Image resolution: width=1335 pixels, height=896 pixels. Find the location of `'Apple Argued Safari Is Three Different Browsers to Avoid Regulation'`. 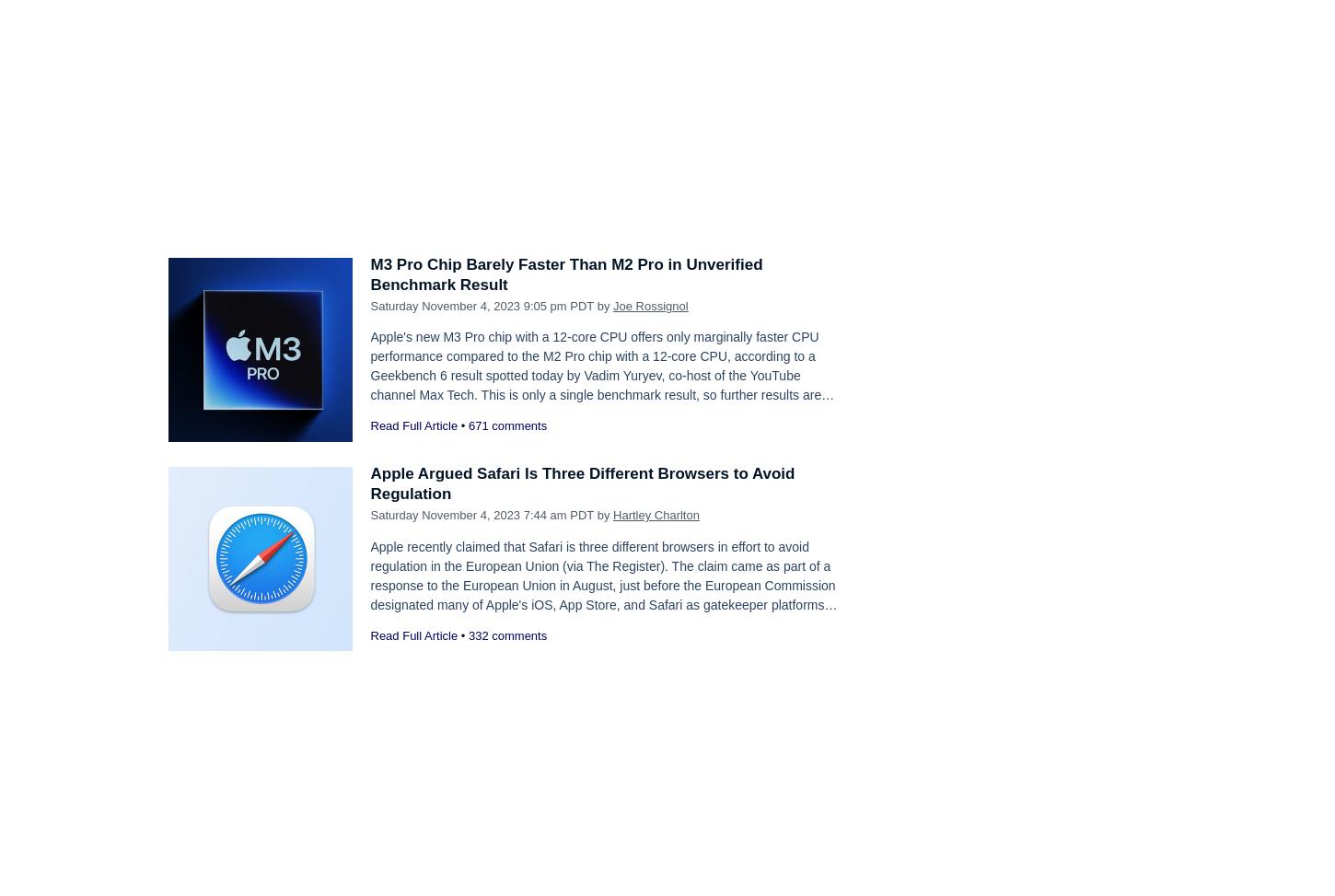

'Apple Argued Safari Is Three Different Browsers to Avoid Regulation' is located at coordinates (581, 483).